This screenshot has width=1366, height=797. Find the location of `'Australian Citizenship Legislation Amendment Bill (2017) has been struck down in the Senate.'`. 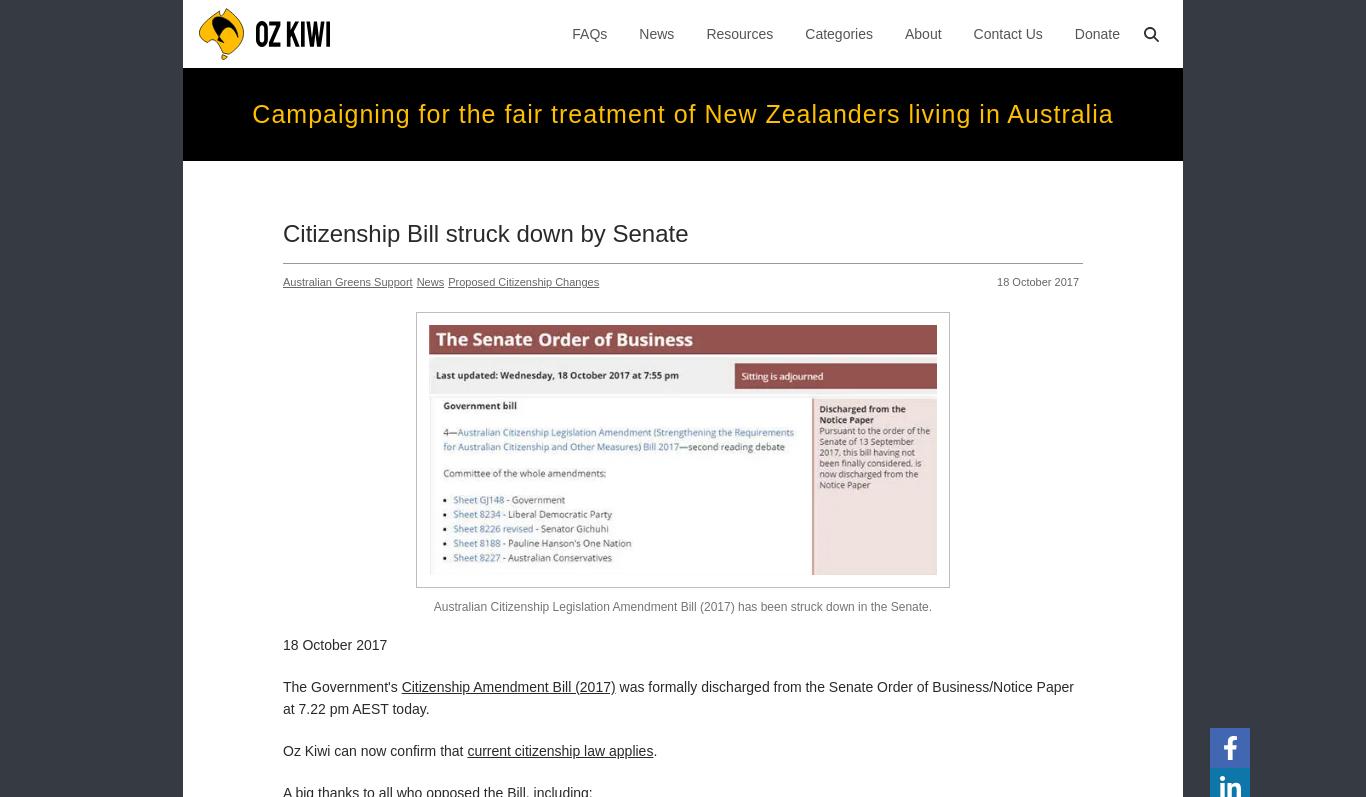

'Australian Citizenship Legislation Amendment Bill (2017) has been struck down in the Senate.' is located at coordinates (681, 606).